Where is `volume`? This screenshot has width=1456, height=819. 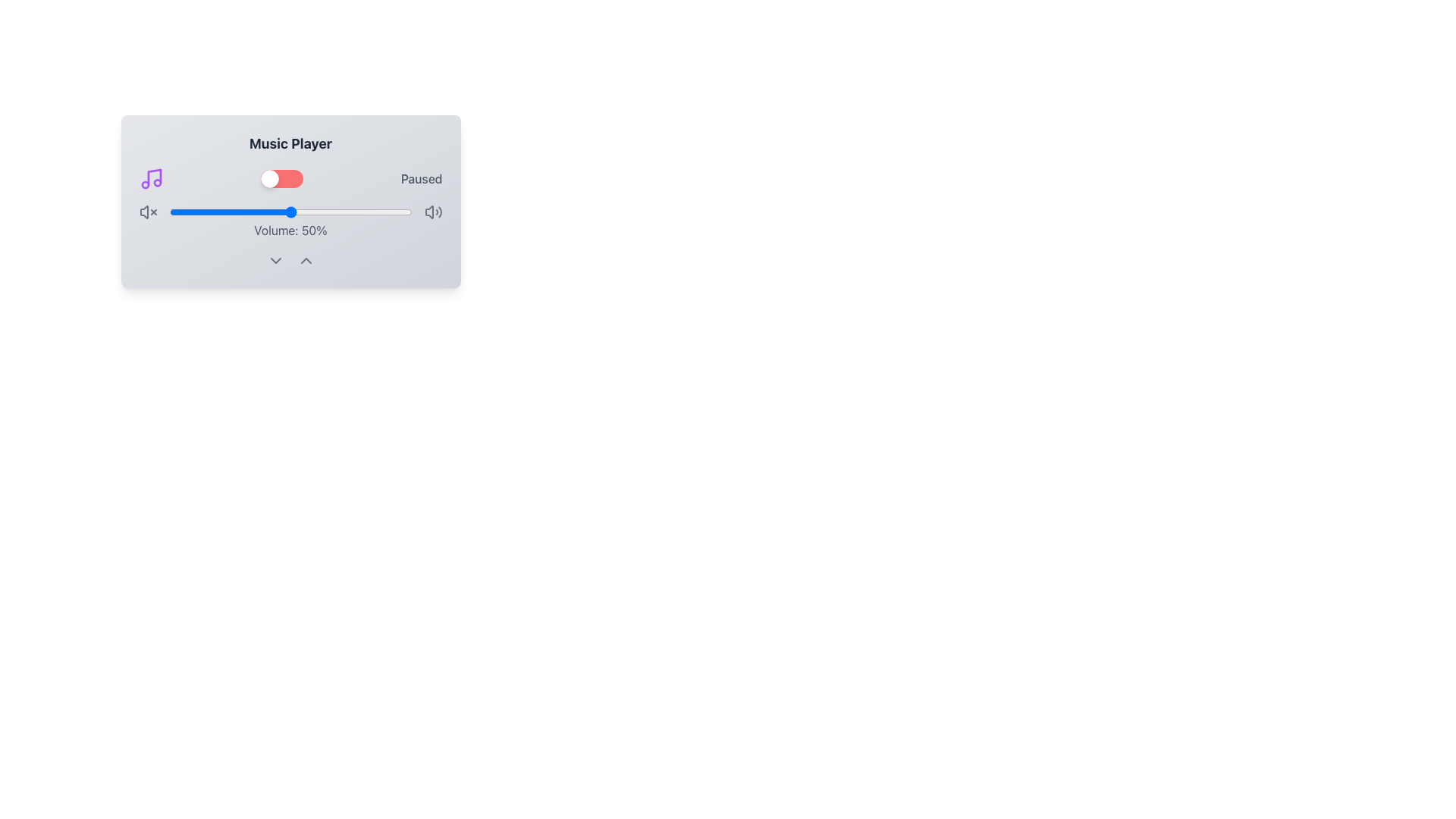
volume is located at coordinates (409, 212).